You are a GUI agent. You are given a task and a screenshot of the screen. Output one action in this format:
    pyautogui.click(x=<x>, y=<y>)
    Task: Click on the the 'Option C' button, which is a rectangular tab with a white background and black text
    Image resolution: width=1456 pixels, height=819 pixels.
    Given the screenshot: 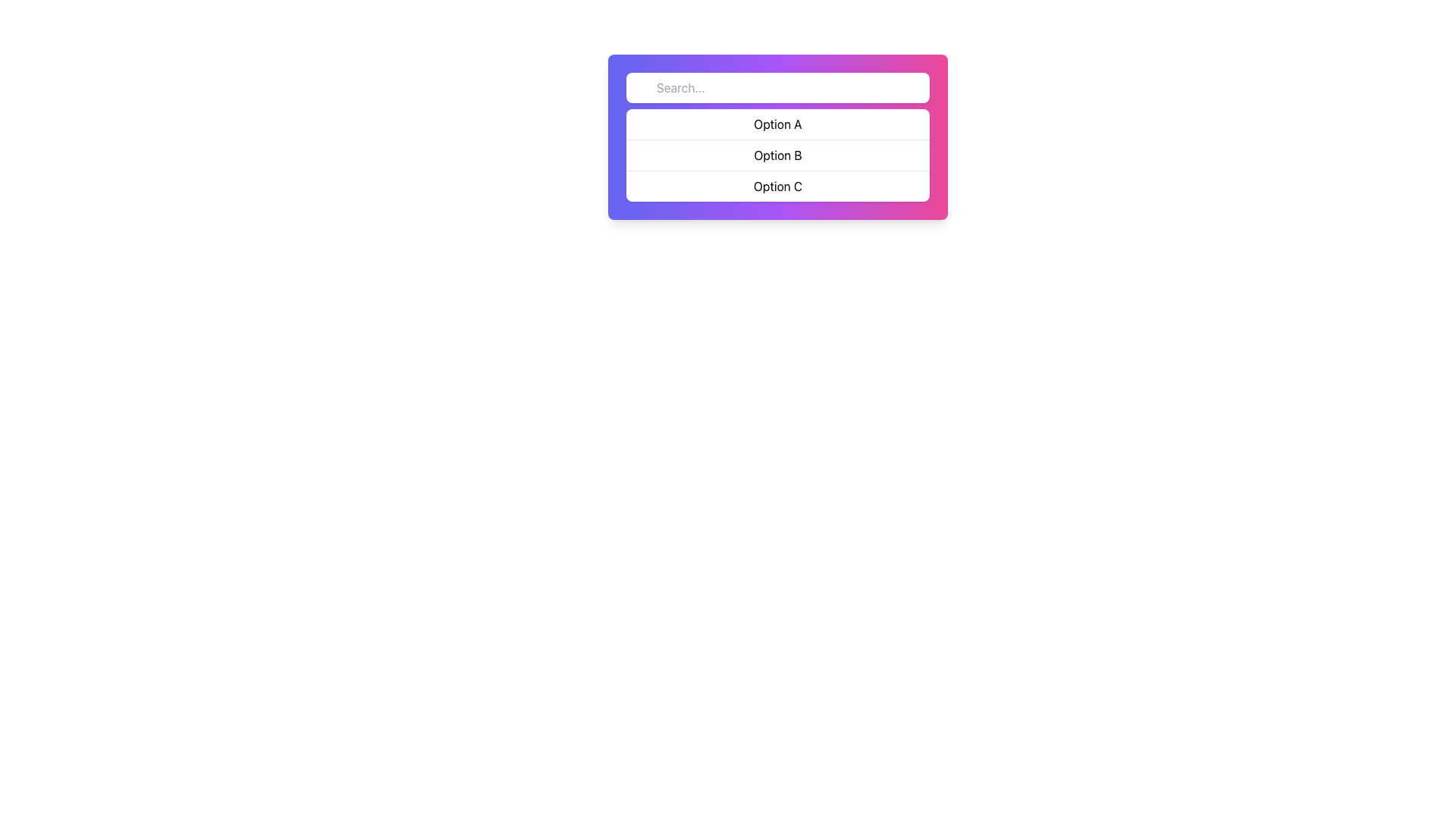 What is the action you would take?
    pyautogui.click(x=778, y=185)
    